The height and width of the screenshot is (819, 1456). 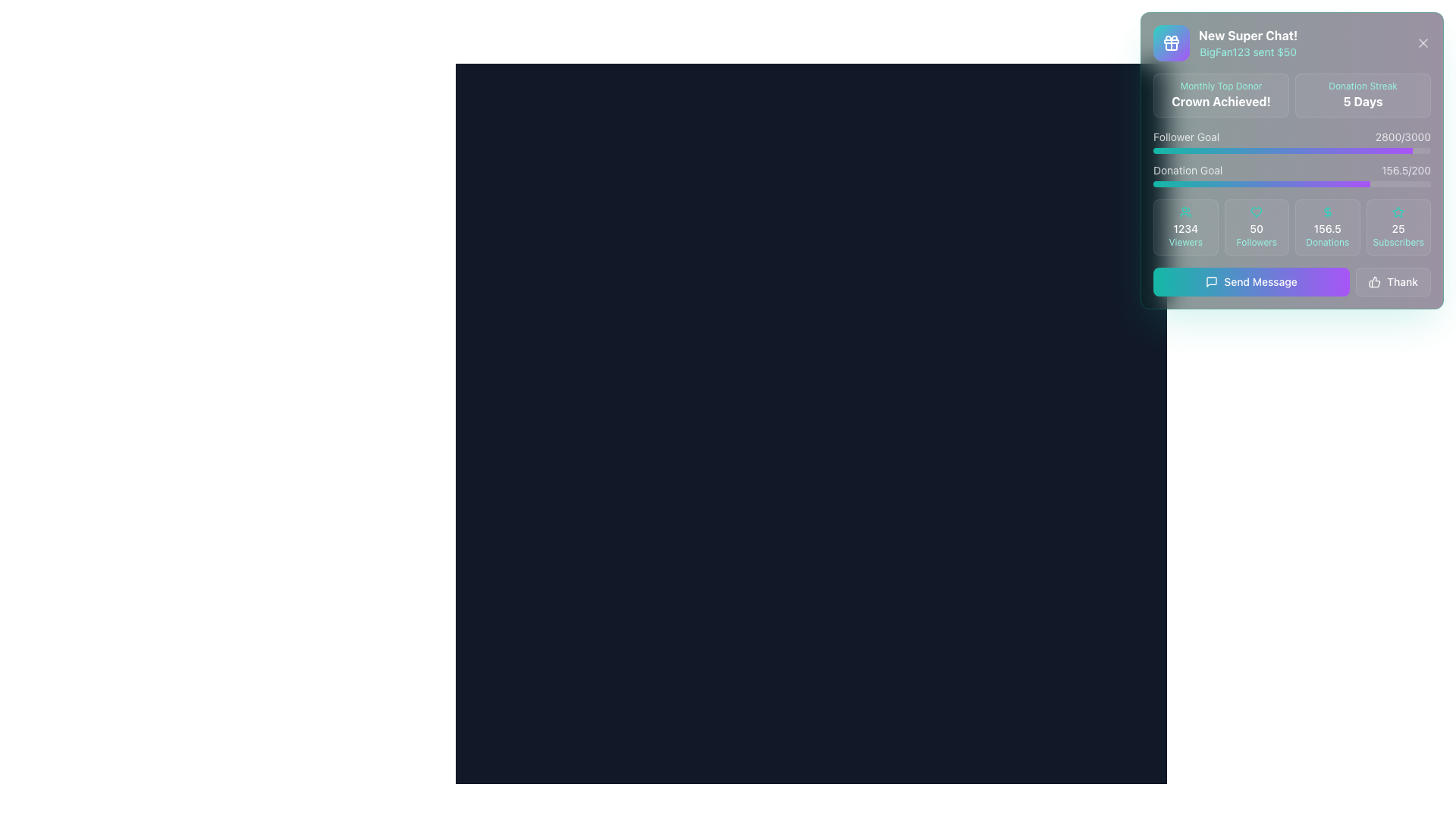 I want to click on the notification label in the upper-right area of the interface that indicates the occurrence of a specific event, so click(x=1248, y=34).